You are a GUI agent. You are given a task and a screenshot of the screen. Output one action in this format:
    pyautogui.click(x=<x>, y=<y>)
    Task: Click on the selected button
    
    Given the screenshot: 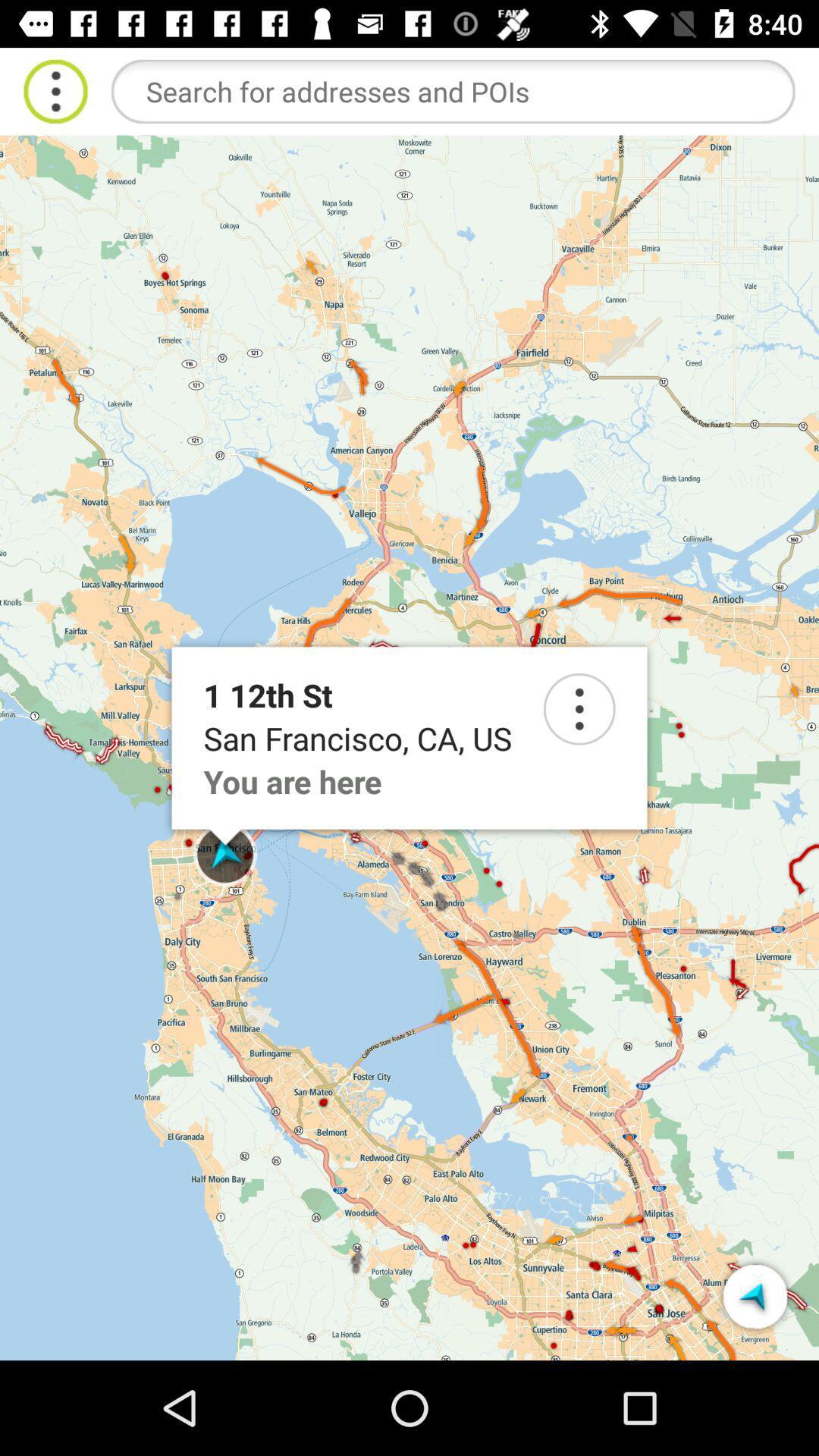 What is the action you would take?
    pyautogui.click(x=755, y=1295)
    